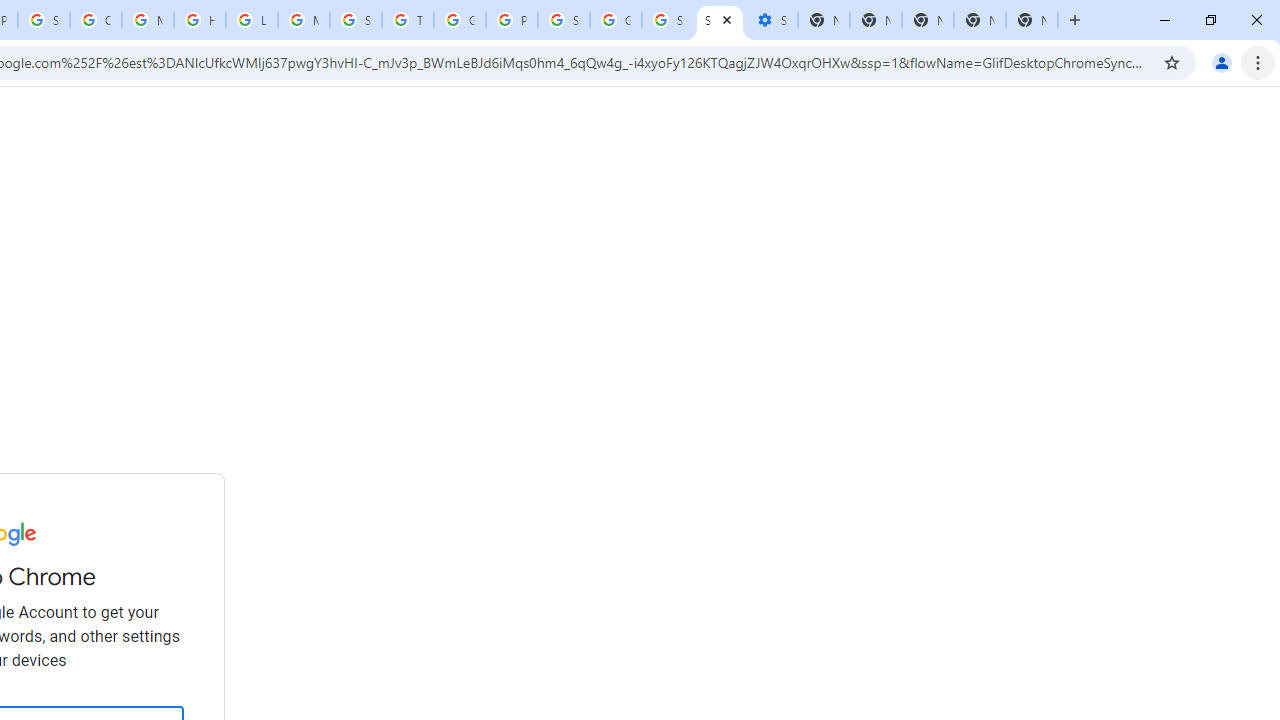 The image size is (1280, 720). I want to click on 'Settings - Performance', so click(770, 20).